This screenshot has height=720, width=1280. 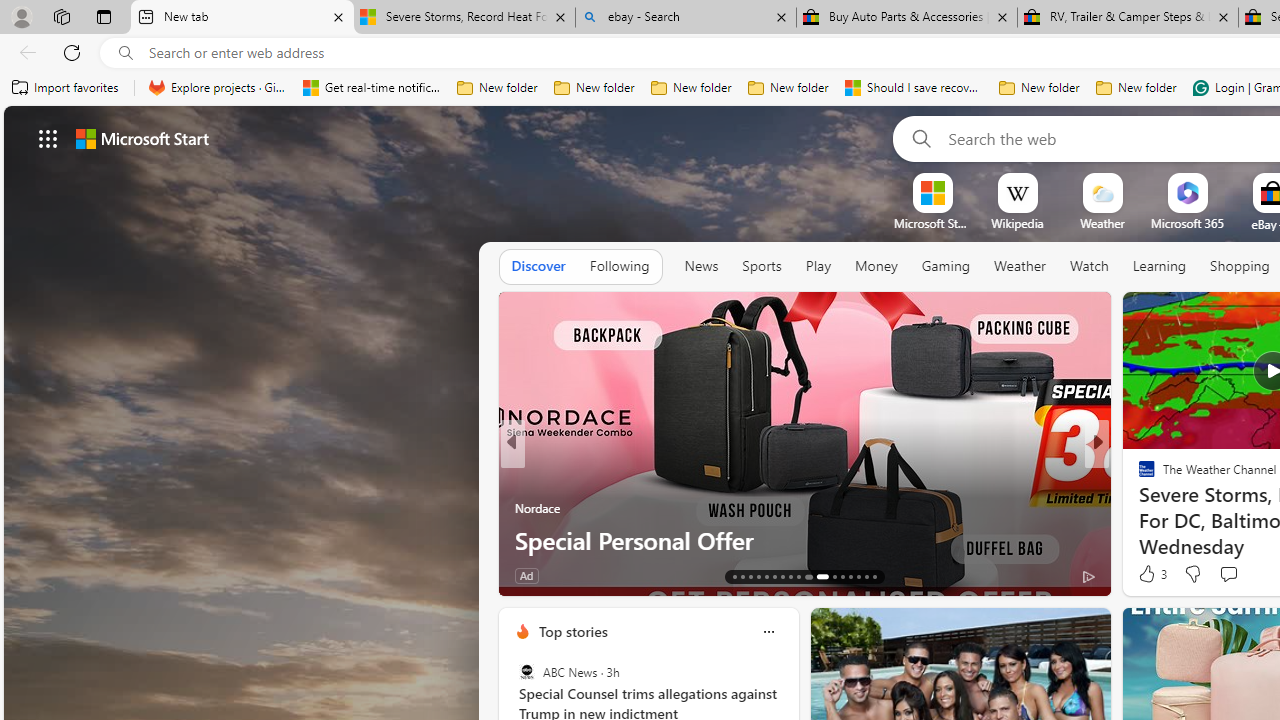 What do you see at coordinates (742, 577) in the screenshot?
I see `'AutomationID: tab-14'` at bounding box center [742, 577].